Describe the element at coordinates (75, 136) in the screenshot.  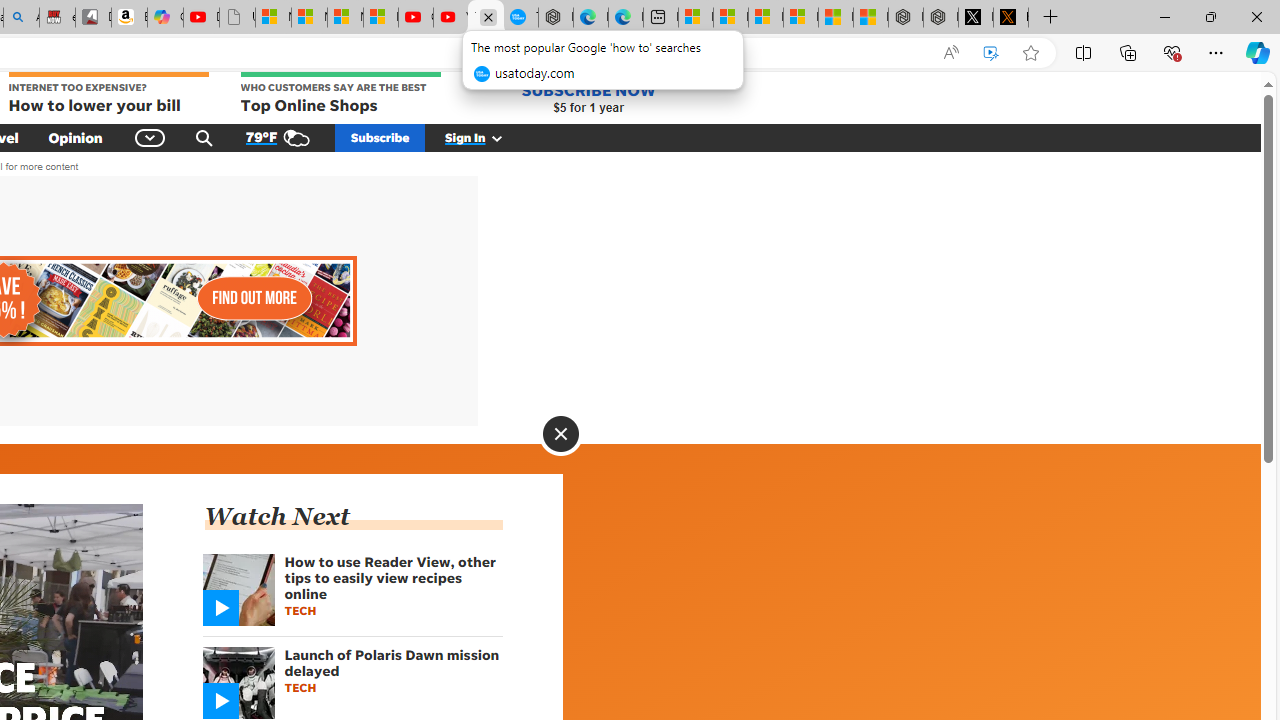
I see `'Opinion'` at that location.